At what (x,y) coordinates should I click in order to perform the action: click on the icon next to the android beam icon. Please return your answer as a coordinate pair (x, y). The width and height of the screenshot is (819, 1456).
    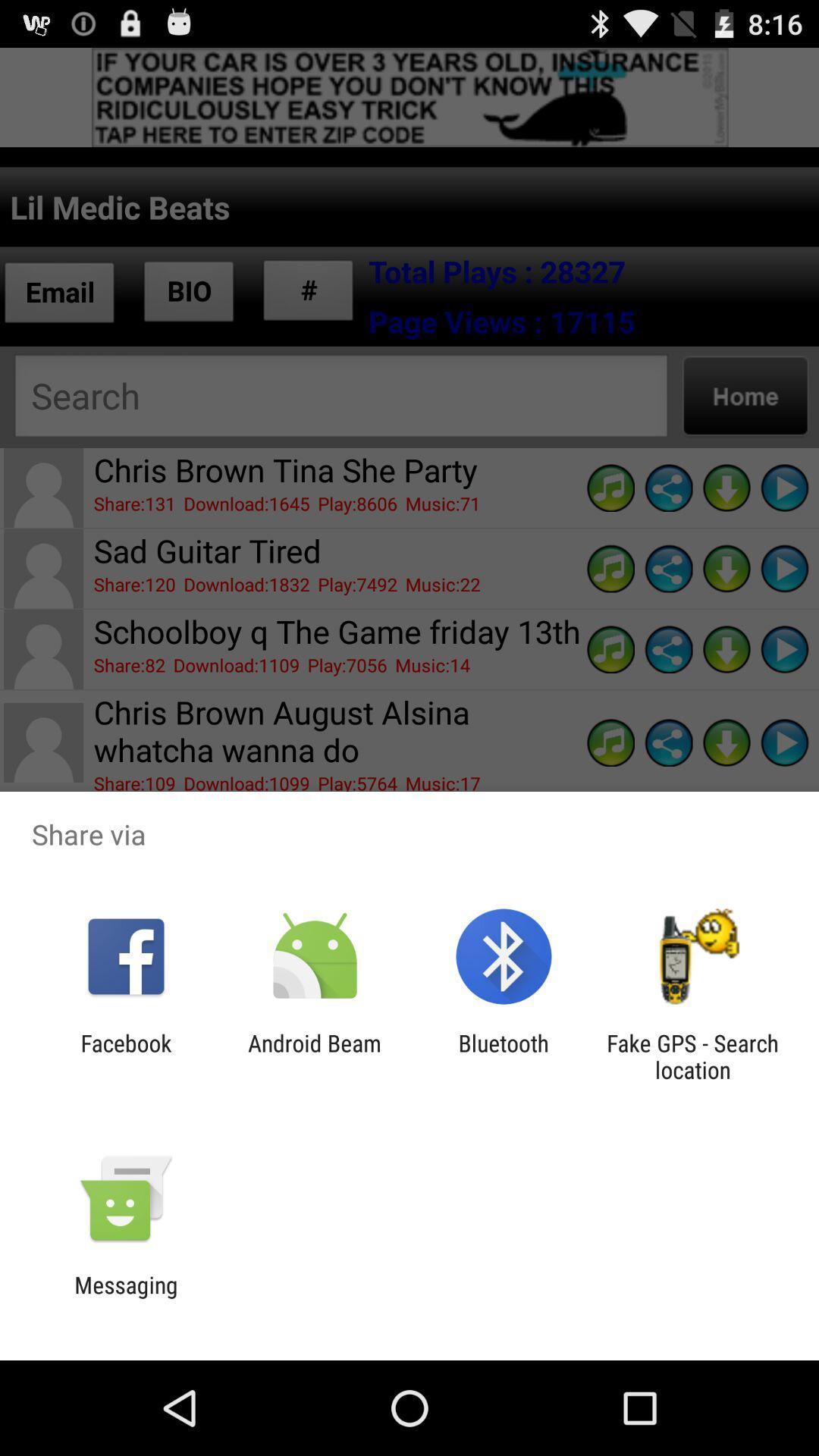
    Looking at the image, I should click on (125, 1056).